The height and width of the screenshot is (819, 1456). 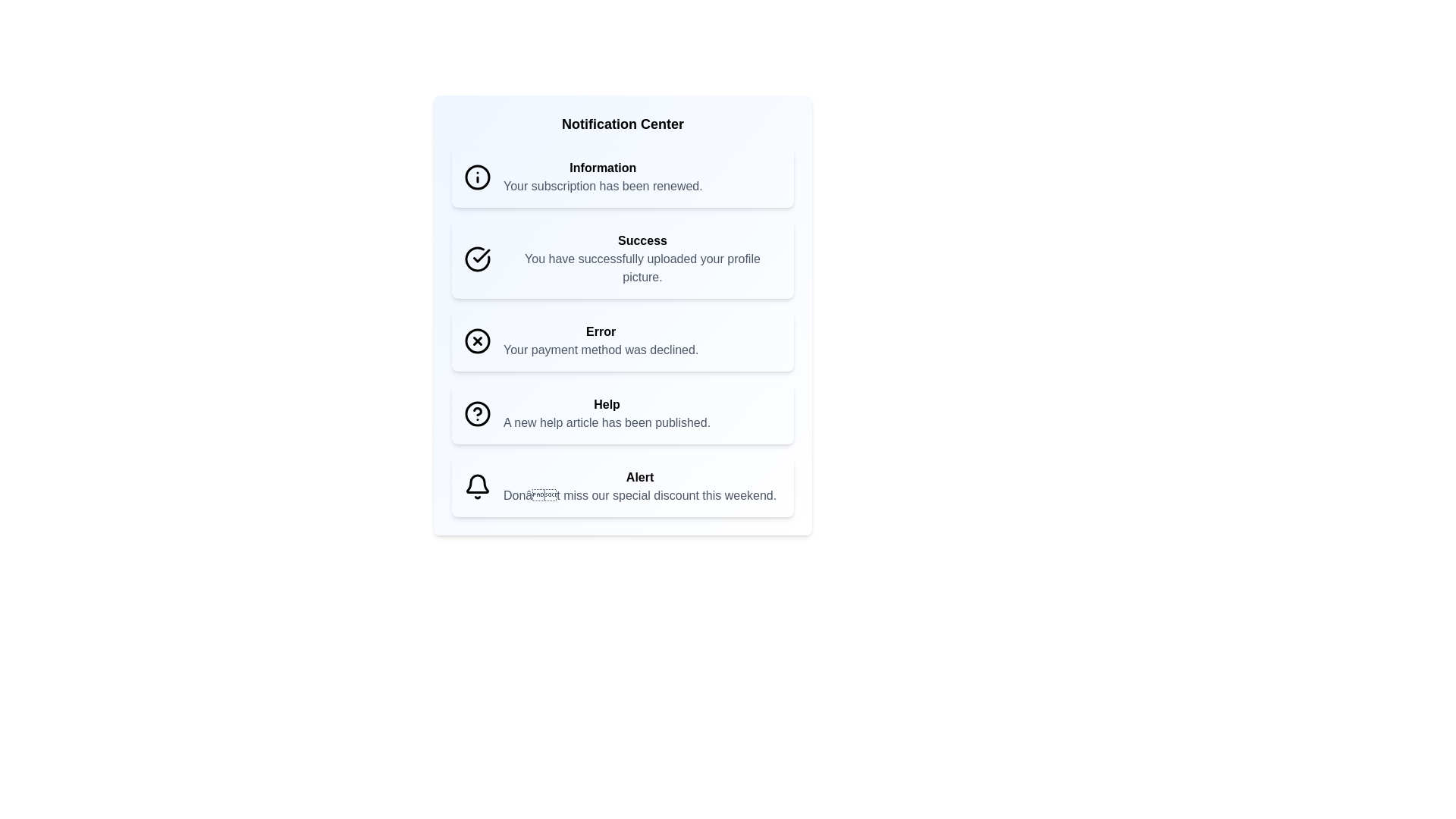 I want to click on the notification icon for Alert, so click(x=476, y=486).